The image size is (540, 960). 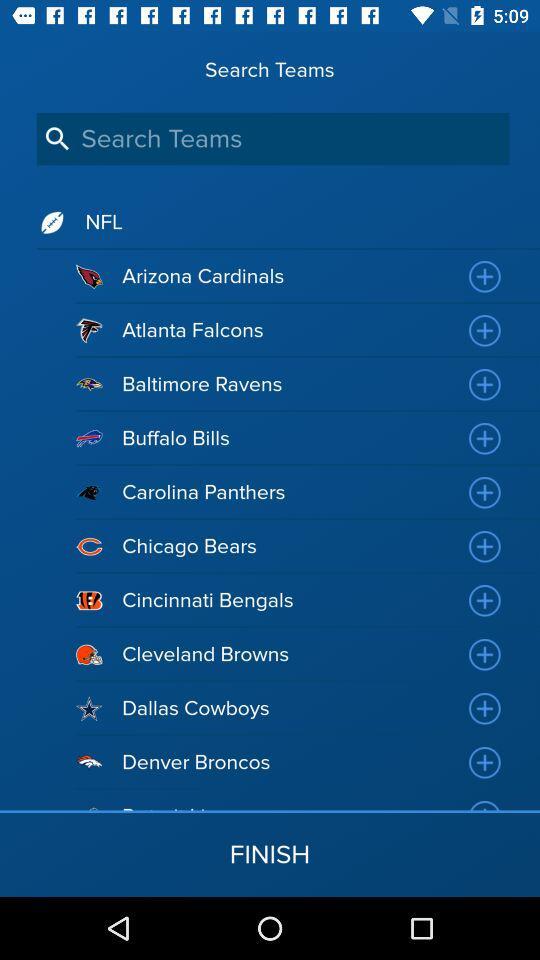 I want to click on this will let you search for which team you want to look at, so click(x=272, y=138).